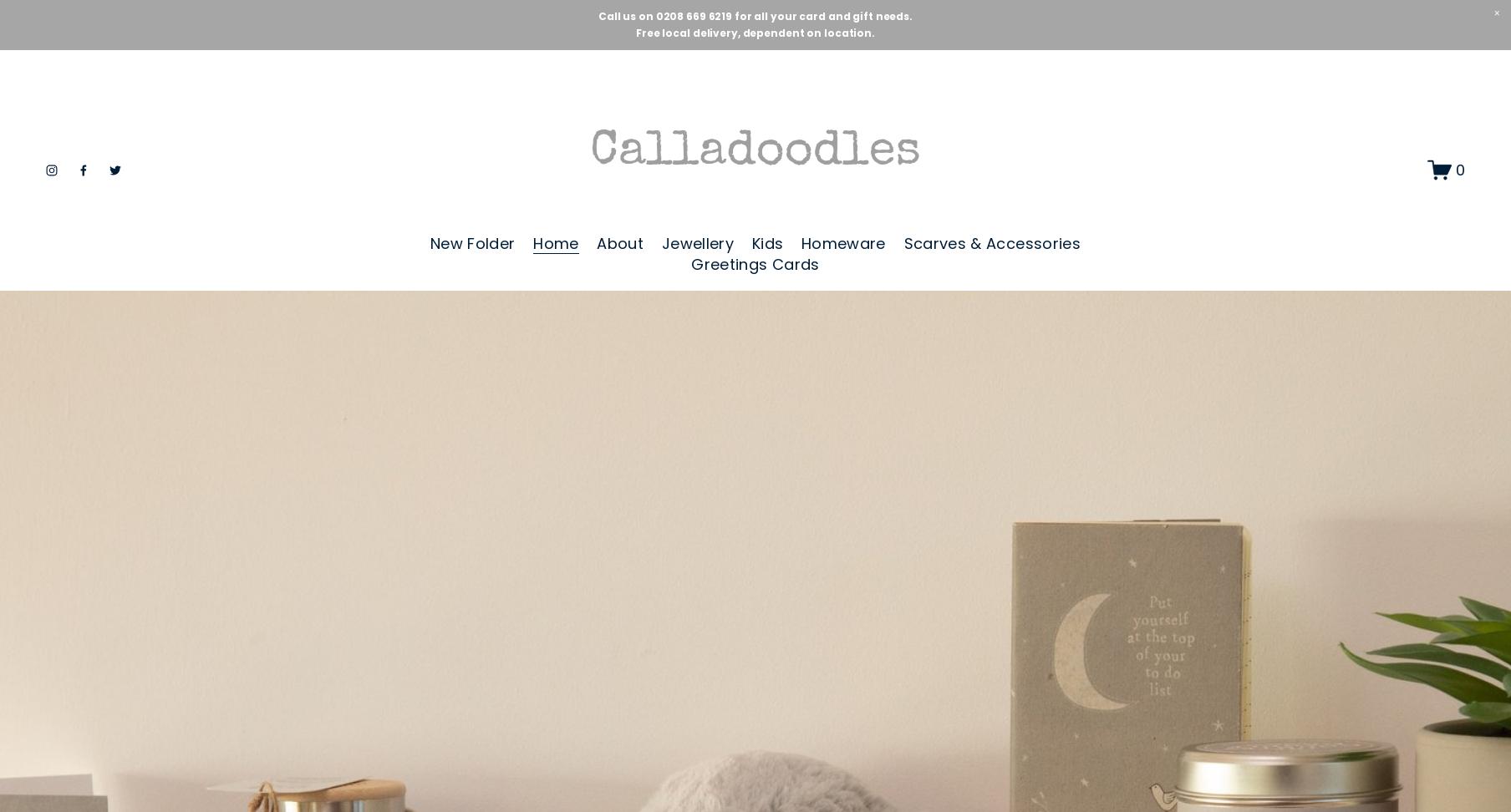 The height and width of the screenshot is (812, 1511). I want to click on 'Scarves & Accessories', so click(990, 243).